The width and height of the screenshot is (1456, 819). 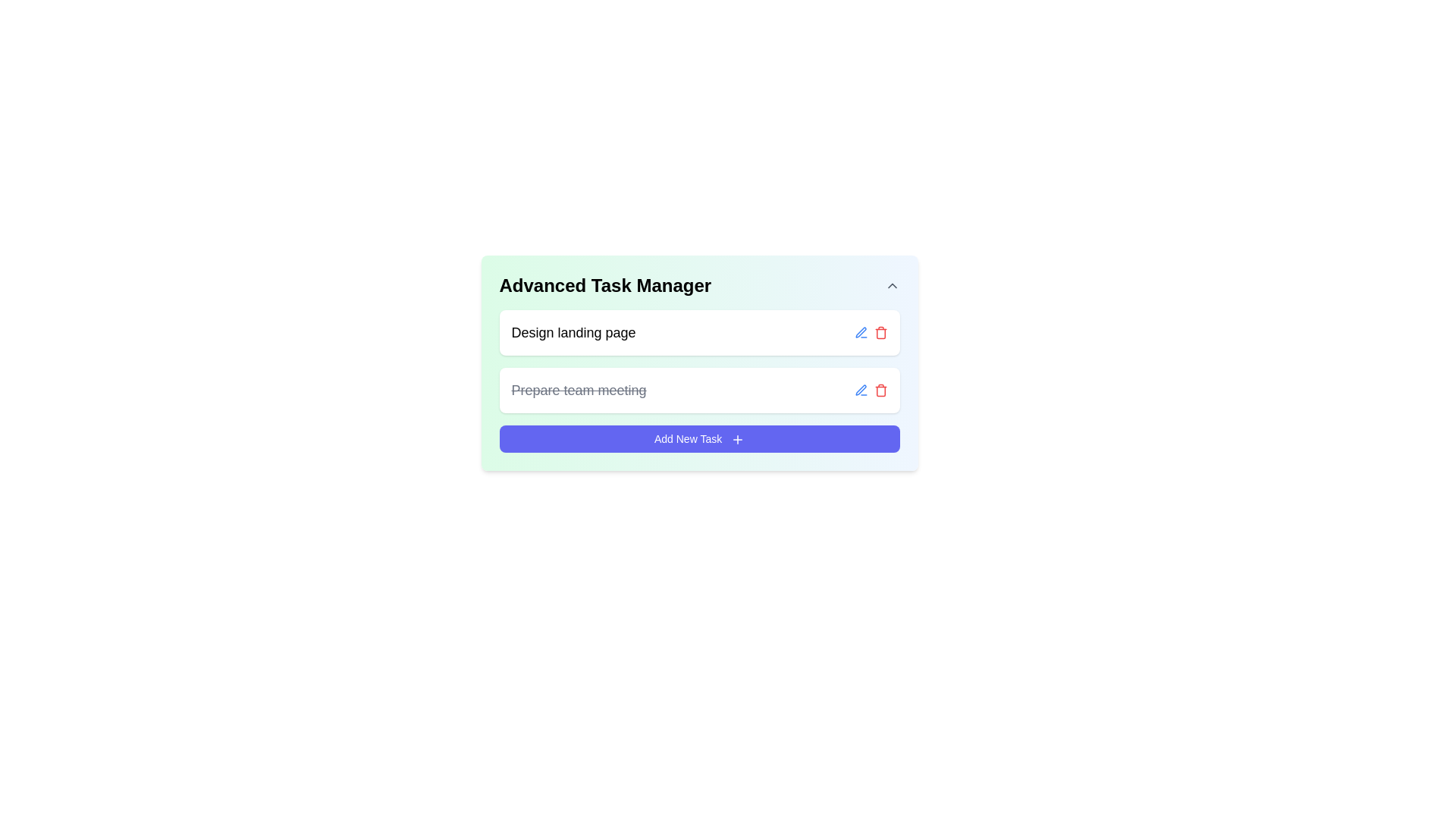 I want to click on to select the uppermost task entry in the 'Advanced Task Manager' section of the task list, so click(x=698, y=362).